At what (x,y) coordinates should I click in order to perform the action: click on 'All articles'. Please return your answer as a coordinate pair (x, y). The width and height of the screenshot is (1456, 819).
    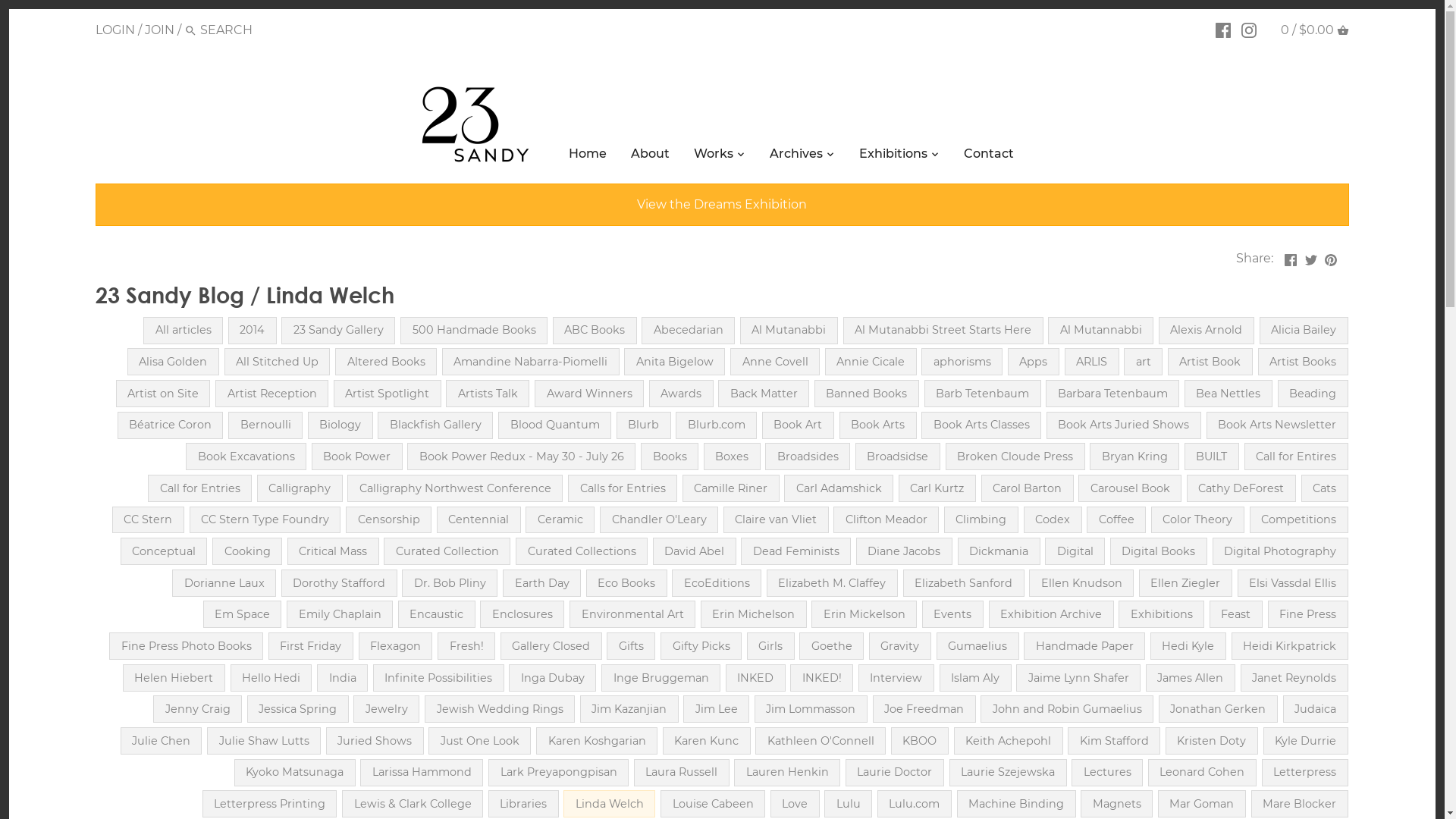
    Looking at the image, I should click on (182, 329).